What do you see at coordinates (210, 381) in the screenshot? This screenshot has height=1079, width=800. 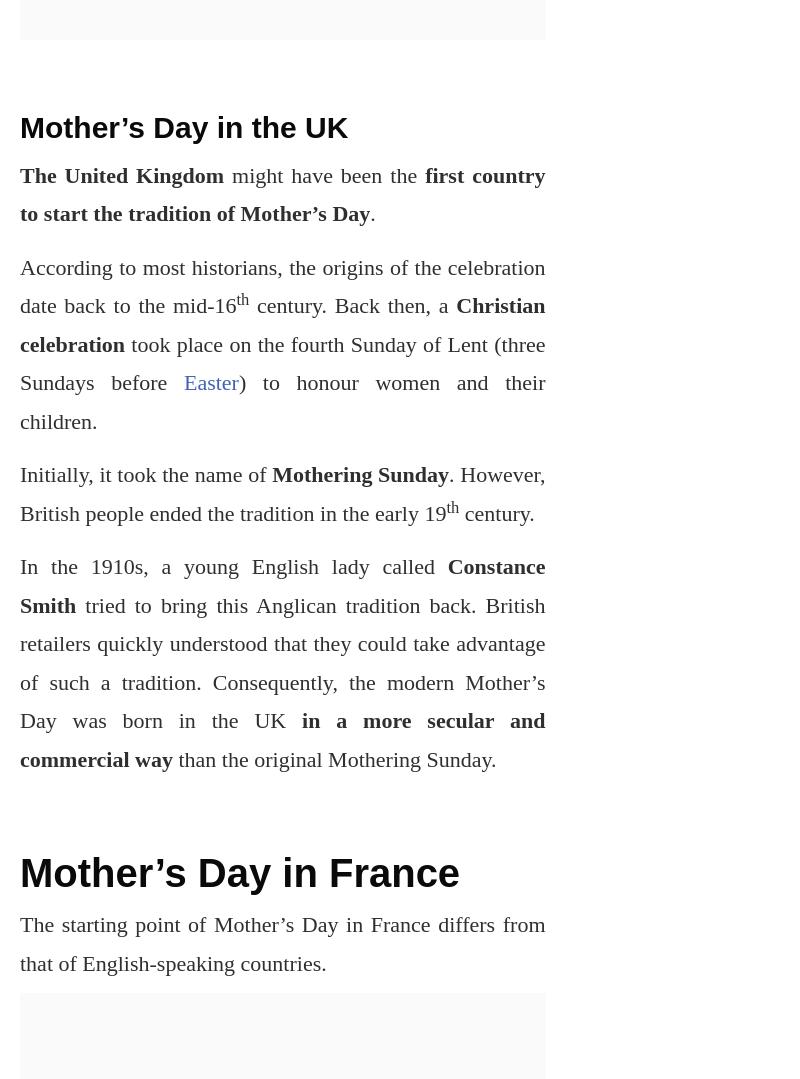 I see `'Easter'` at bounding box center [210, 381].